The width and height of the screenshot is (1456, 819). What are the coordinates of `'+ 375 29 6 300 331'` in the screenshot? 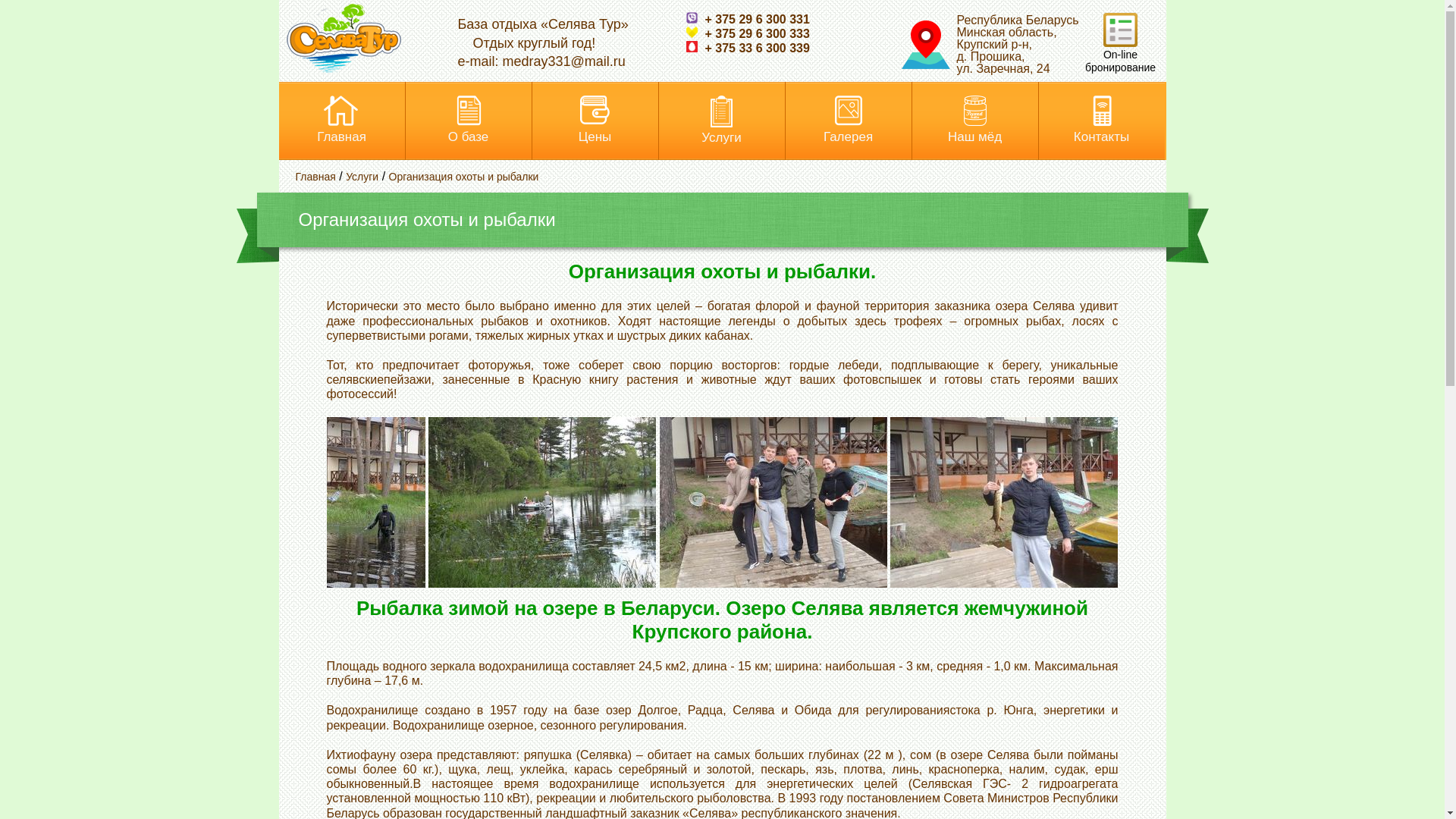 It's located at (747, 19).